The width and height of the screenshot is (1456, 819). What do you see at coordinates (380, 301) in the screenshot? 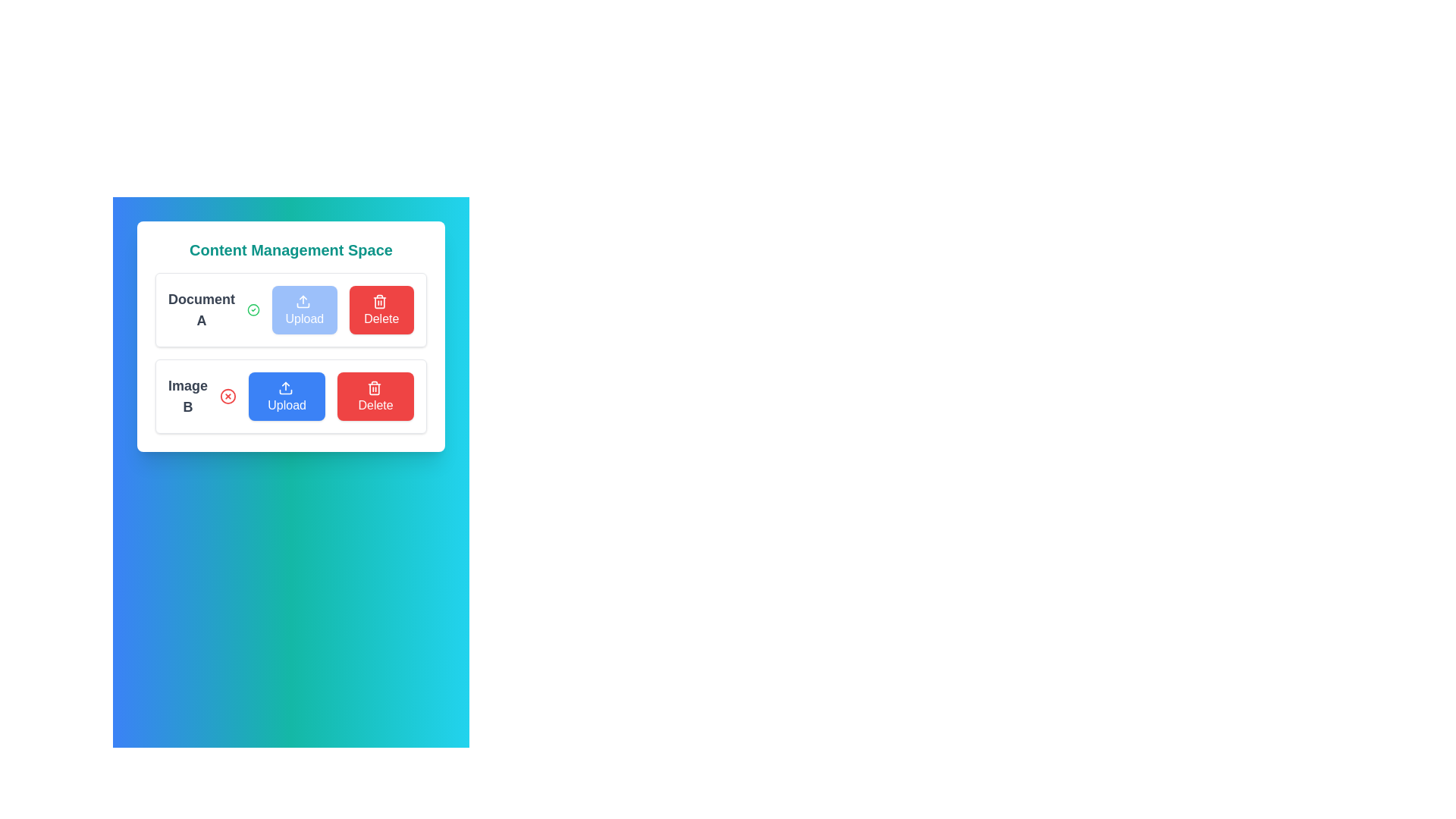
I see `the trash bin icon with a red background representing the 'Delete' action located at the top-right corner of the 'Delete' button for 'Image B'` at bounding box center [380, 301].